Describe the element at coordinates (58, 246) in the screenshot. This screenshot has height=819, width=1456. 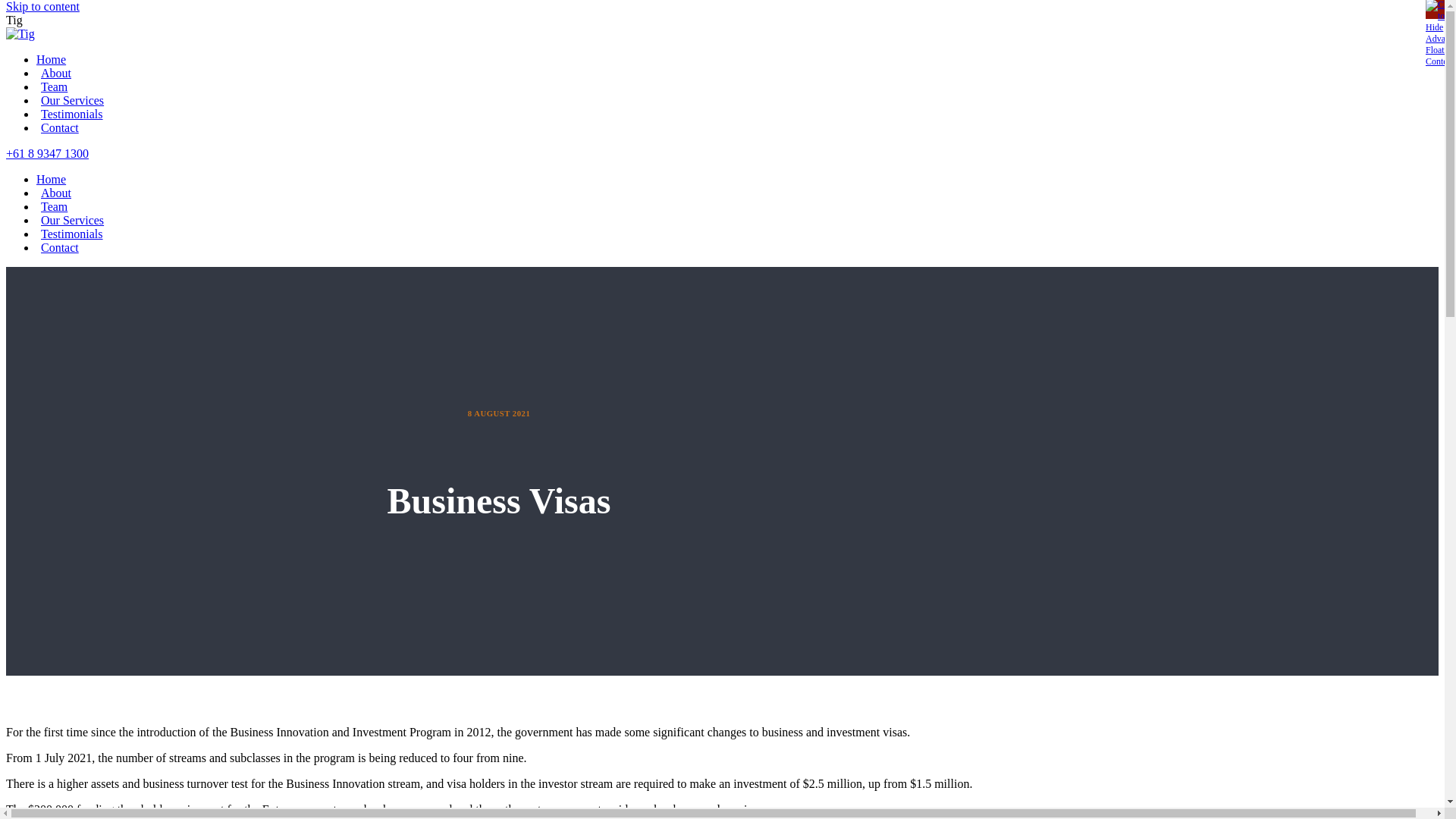
I see `'Contact'` at that location.